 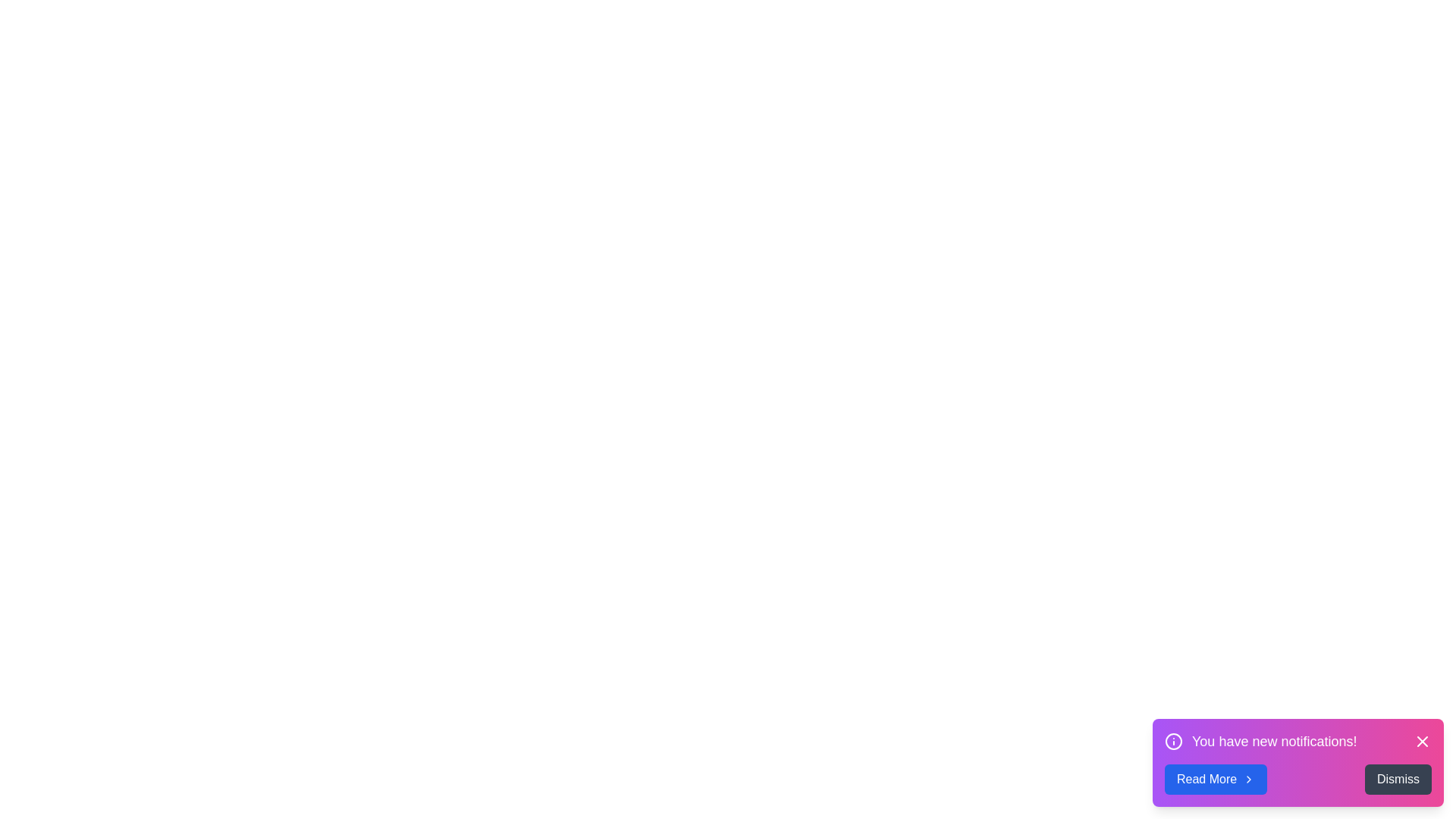 What do you see at coordinates (1249, 780) in the screenshot?
I see `the chevron right arrow icon with a blue background located to the right of the 'Read More' text inside the button` at bounding box center [1249, 780].